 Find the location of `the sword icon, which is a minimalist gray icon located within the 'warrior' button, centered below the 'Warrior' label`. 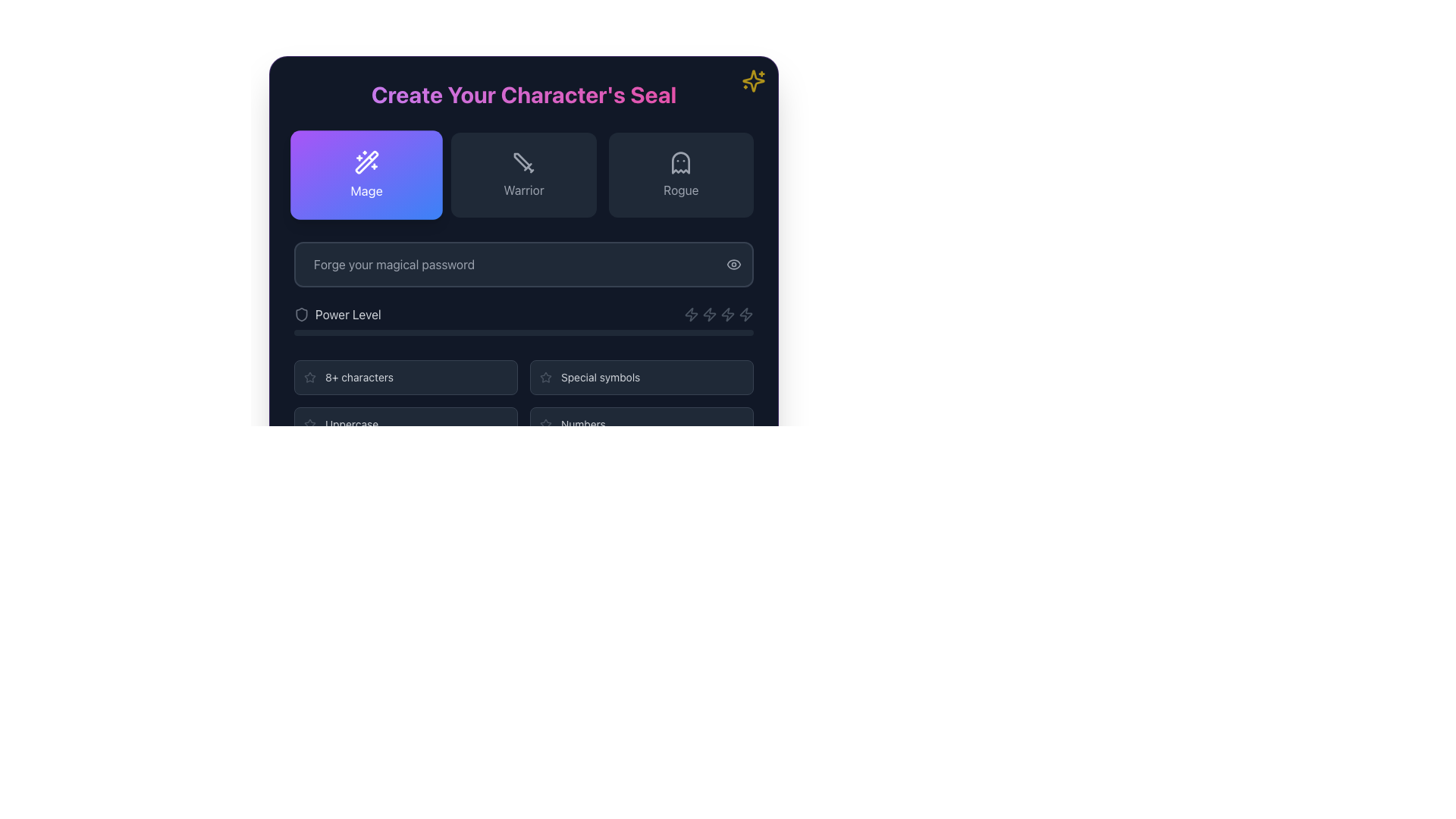

the sword icon, which is a minimalist gray icon located within the 'warrior' button, centered below the 'Warrior' label is located at coordinates (524, 163).